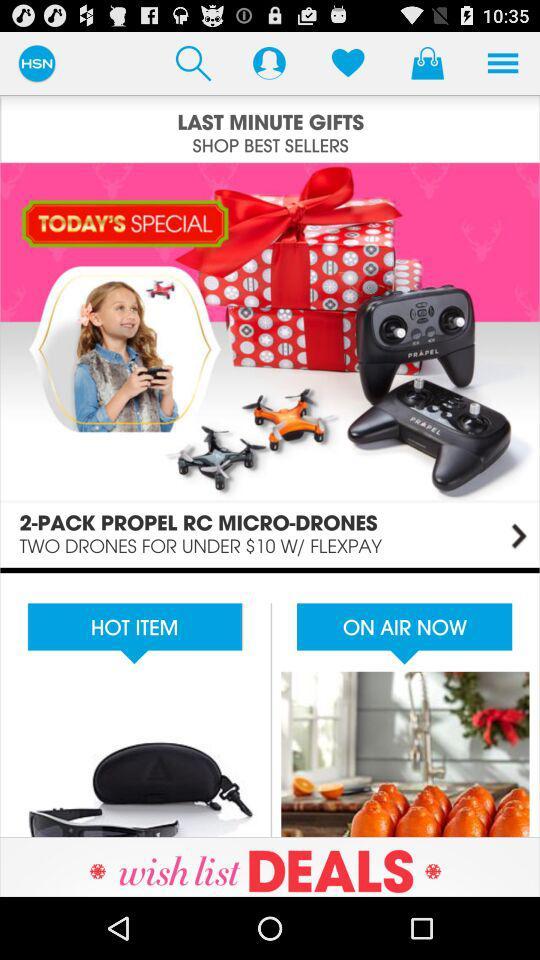  What do you see at coordinates (270, 866) in the screenshot?
I see `deals` at bounding box center [270, 866].